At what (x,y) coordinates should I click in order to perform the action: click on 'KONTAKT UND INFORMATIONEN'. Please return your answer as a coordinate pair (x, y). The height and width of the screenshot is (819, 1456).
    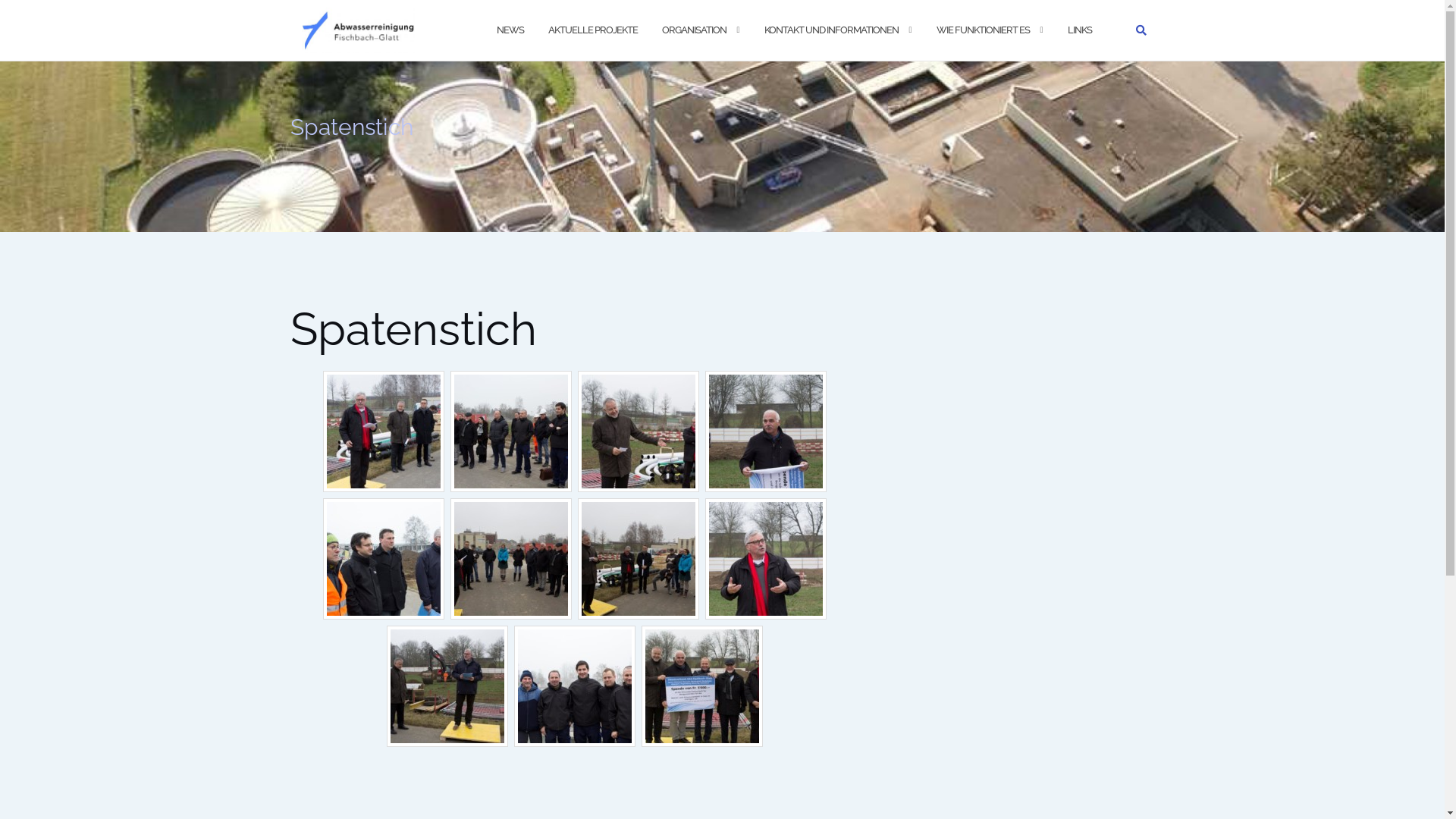
    Looking at the image, I should click on (830, 30).